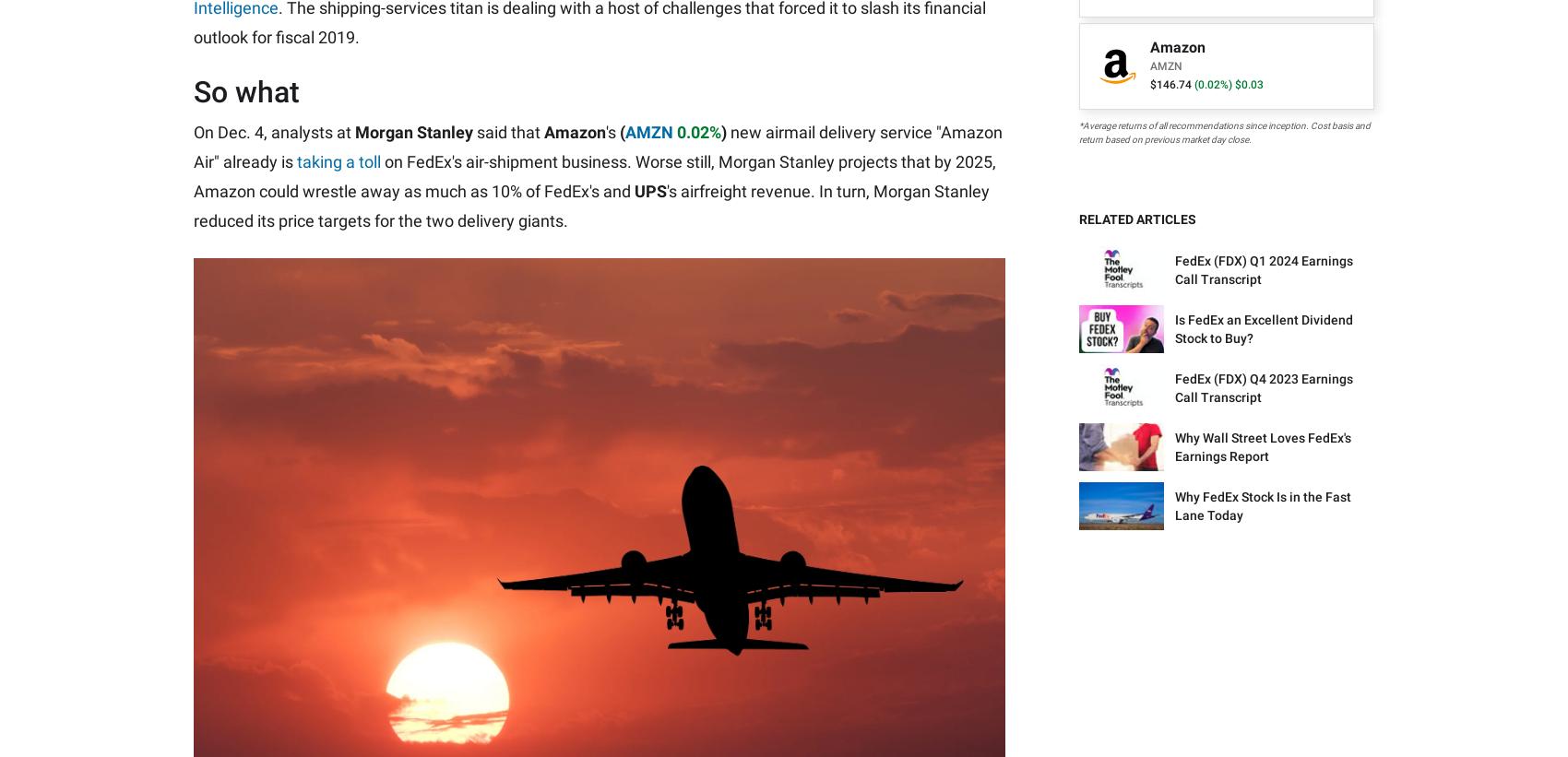 This screenshot has height=757, width=1568. Describe the element at coordinates (612, 497) in the screenshot. I see `'Accessibility Policy'` at that location.